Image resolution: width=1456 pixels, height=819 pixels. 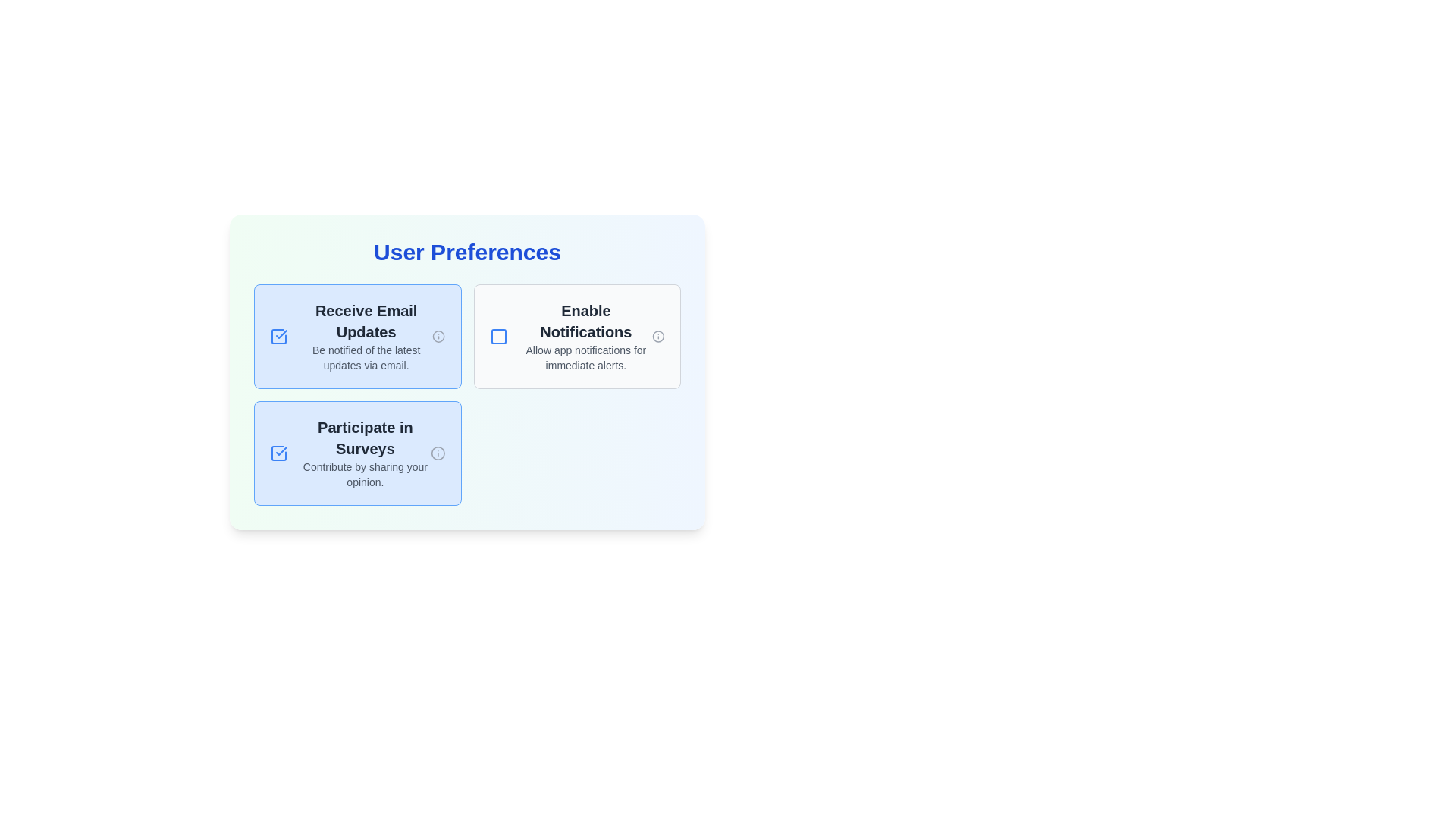 What do you see at coordinates (570, 335) in the screenshot?
I see `the 'Enable Notifications' checkbox and its description` at bounding box center [570, 335].